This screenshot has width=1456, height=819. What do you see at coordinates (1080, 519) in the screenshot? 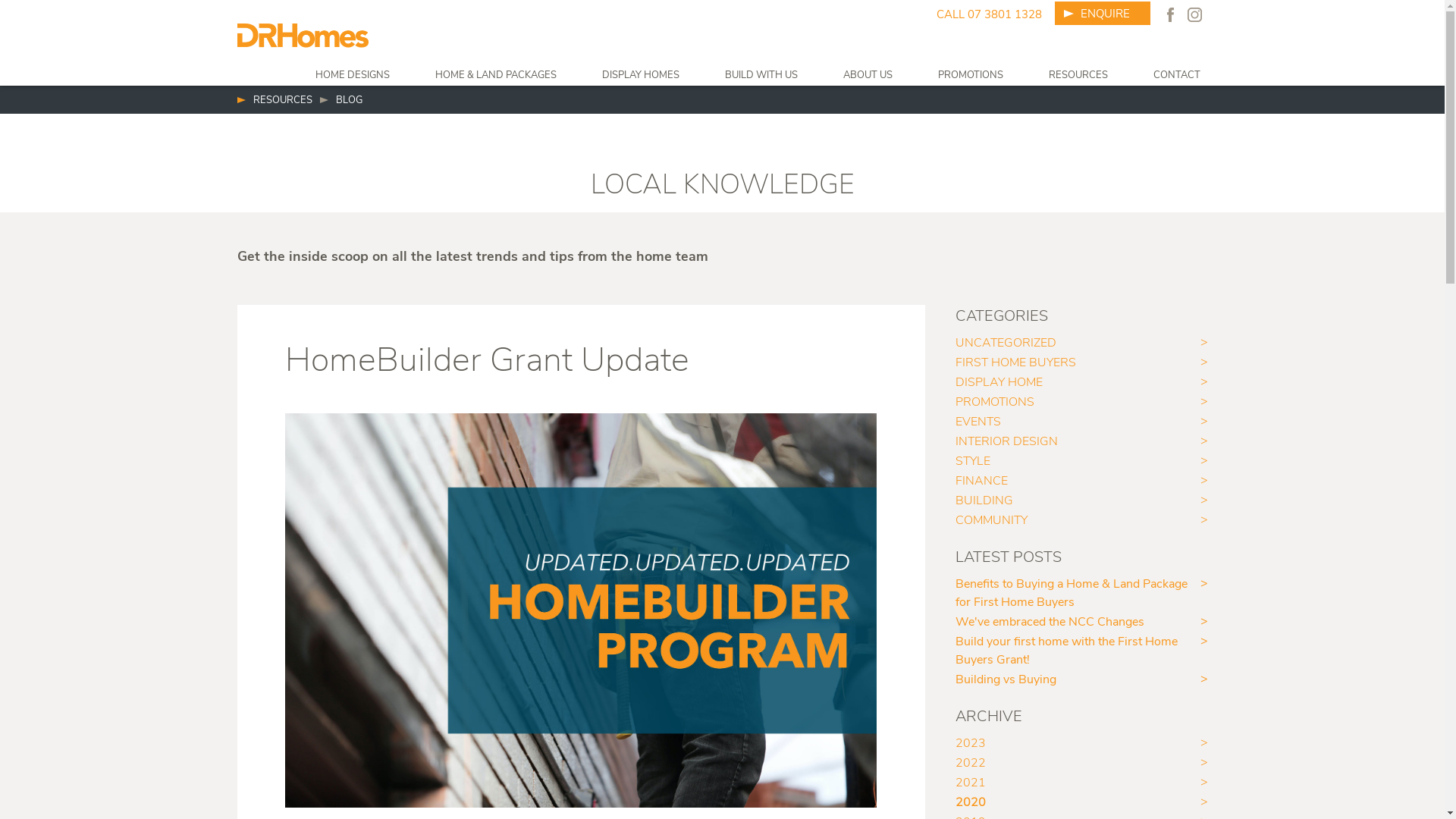
I see `'COMMUNITY'` at bounding box center [1080, 519].